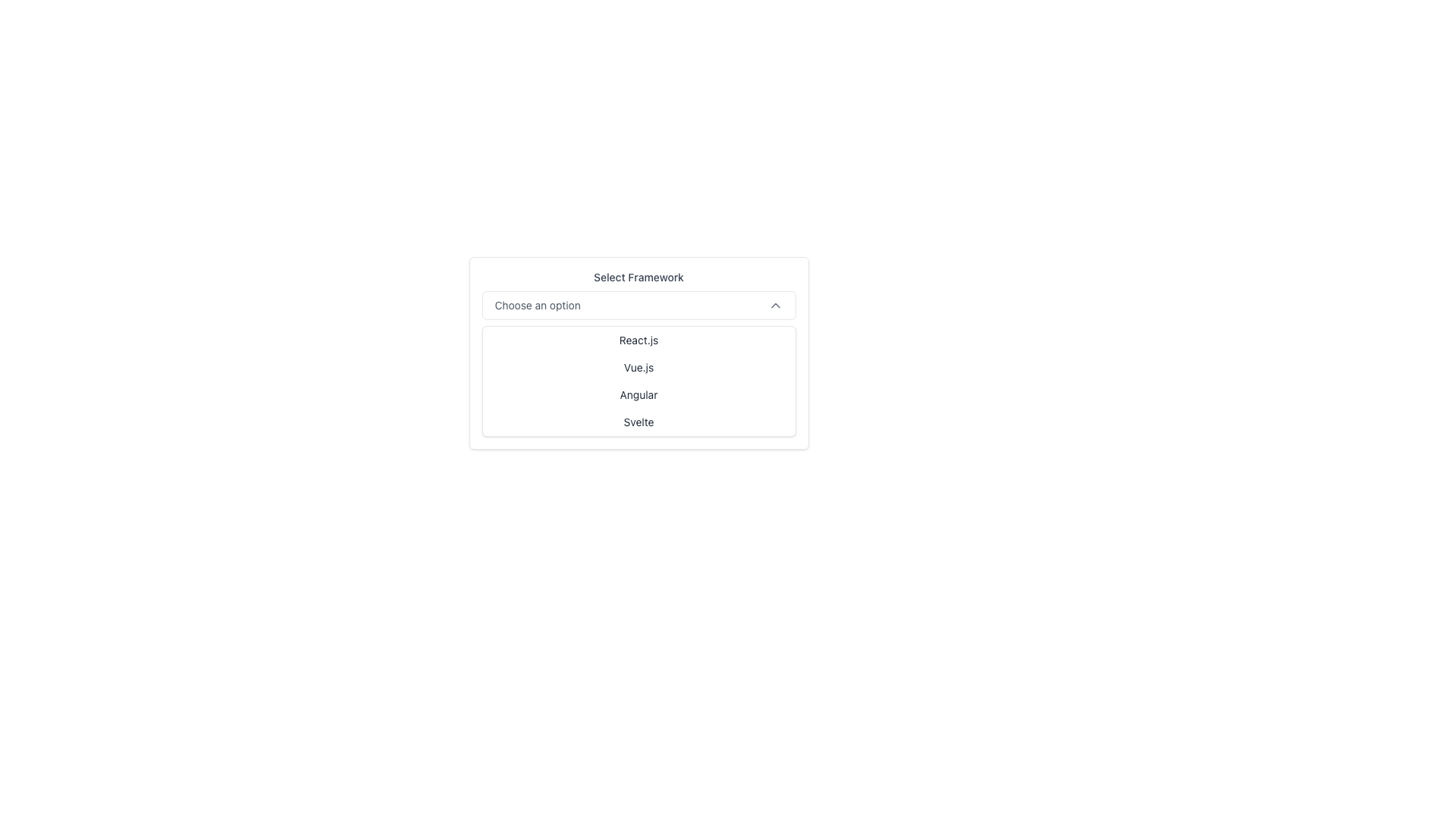  Describe the element at coordinates (639, 368) in the screenshot. I see `the 'Vue.js' option in the dropdown menu titled 'Select Framework'` at that location.